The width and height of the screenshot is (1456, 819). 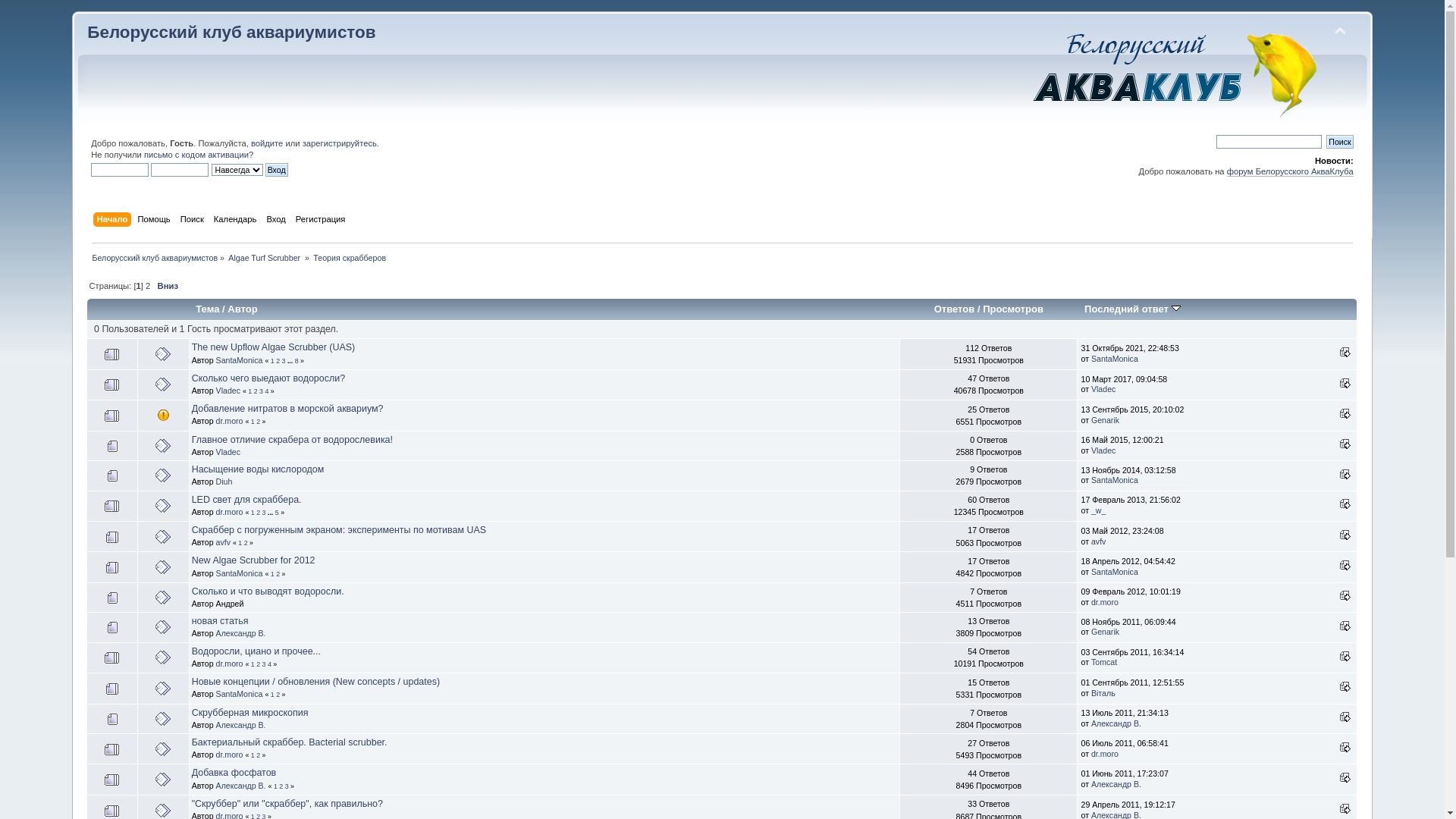 What do you see at coordinates (1114, 571) in the screenshot?
I see `'SantaMonica'` at bounding box center [1114, 571].